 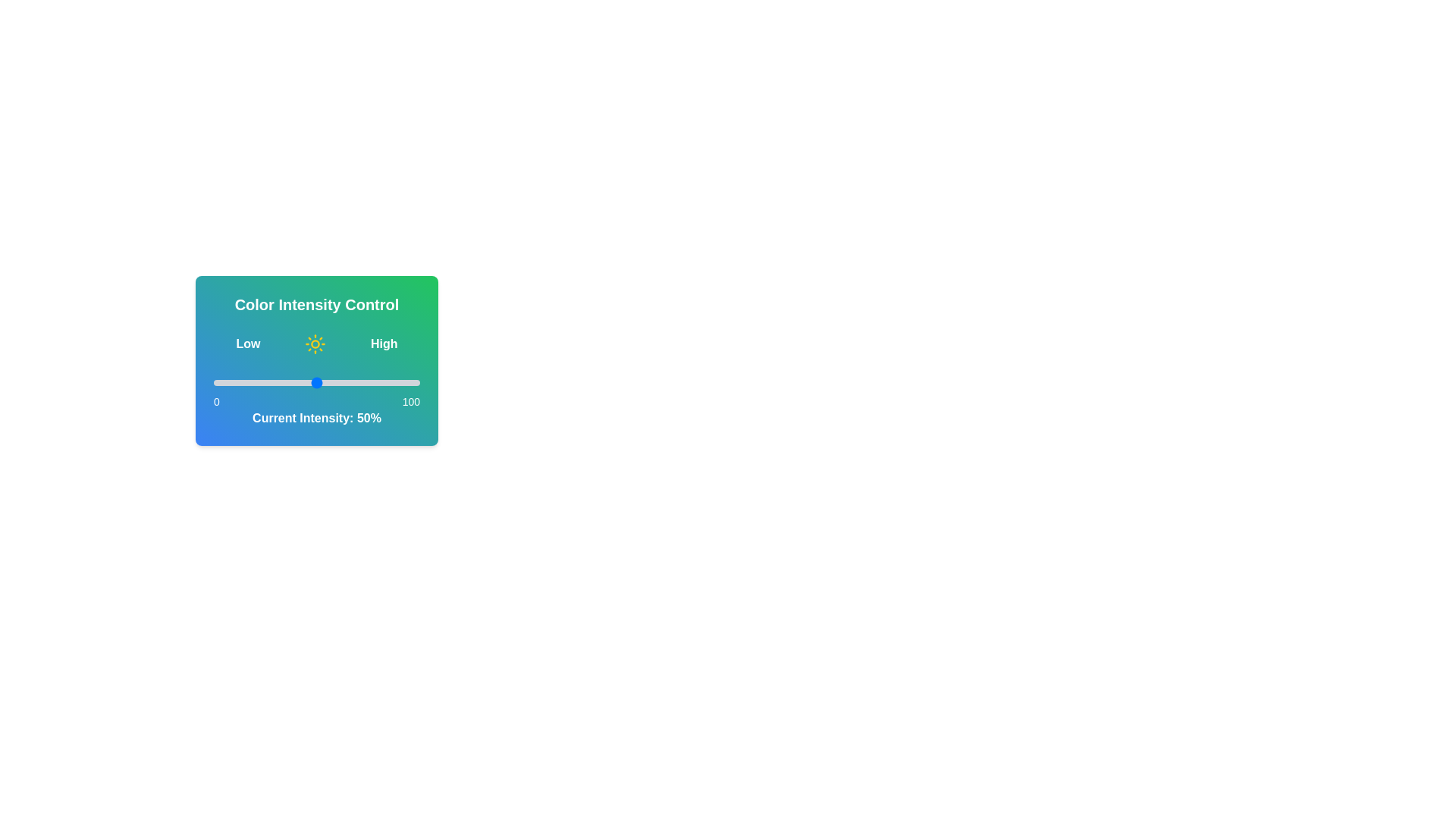 What do you see at coordinates (237, 382) in the screenshot?
I see `the intensity value` at bounding box center [237, 382].